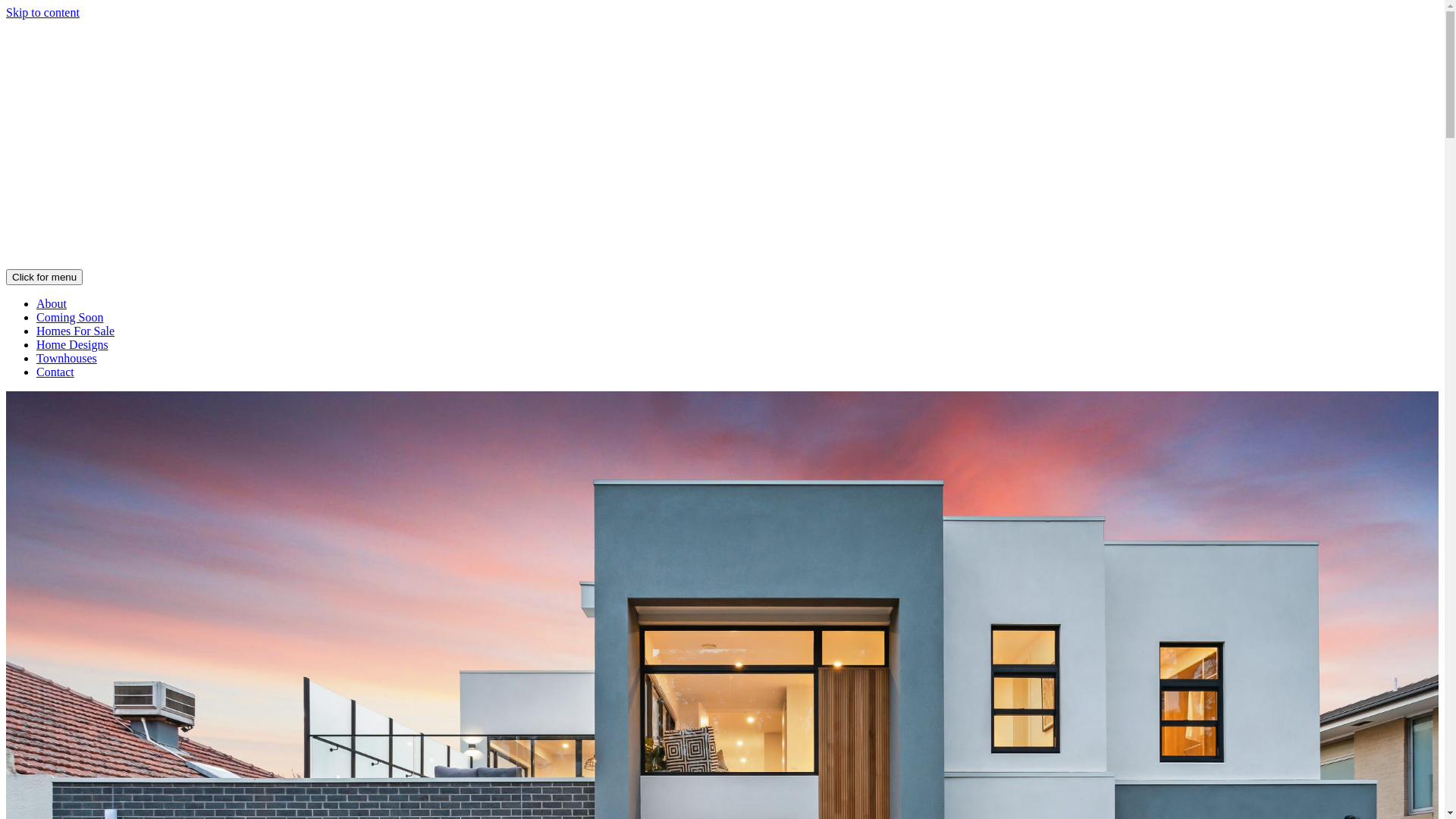  I want to click on 'Home Designs', so click(71, 344).